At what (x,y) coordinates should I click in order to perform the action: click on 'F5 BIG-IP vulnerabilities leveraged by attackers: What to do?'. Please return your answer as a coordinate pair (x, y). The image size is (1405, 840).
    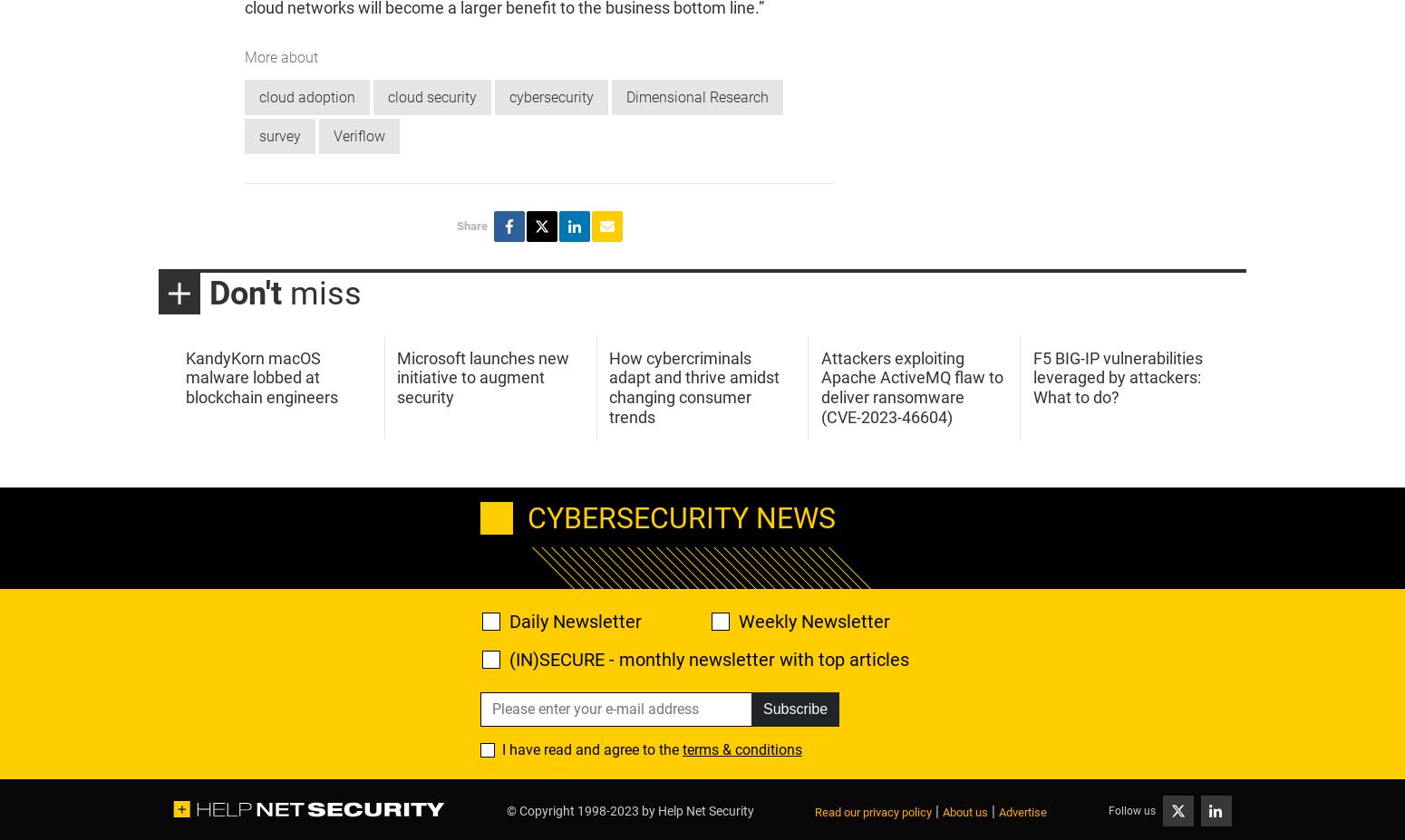
    Looking at the image, I should click on (1117, 376).